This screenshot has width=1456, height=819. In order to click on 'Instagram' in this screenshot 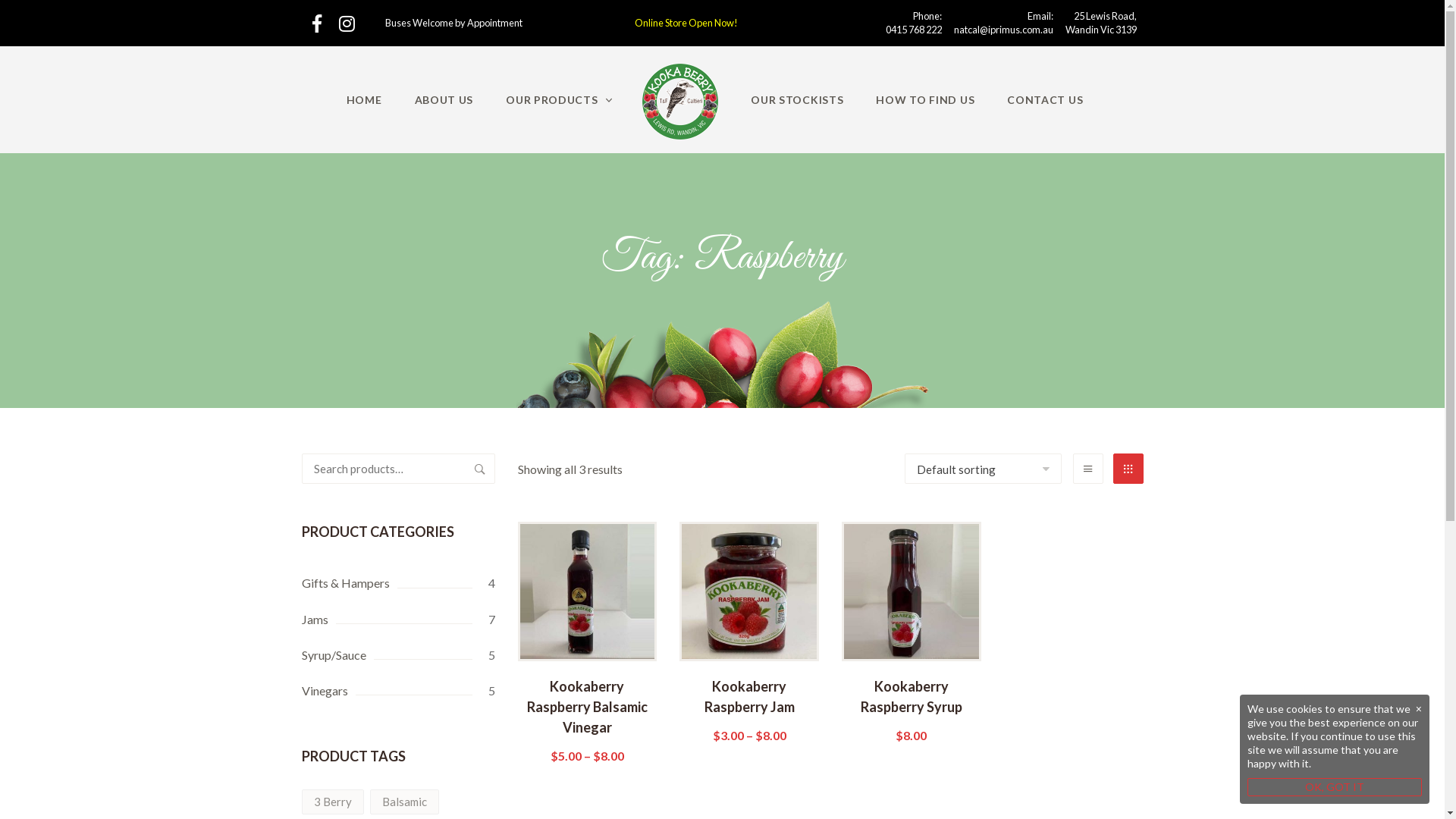, I will do `click(346, 23)`.